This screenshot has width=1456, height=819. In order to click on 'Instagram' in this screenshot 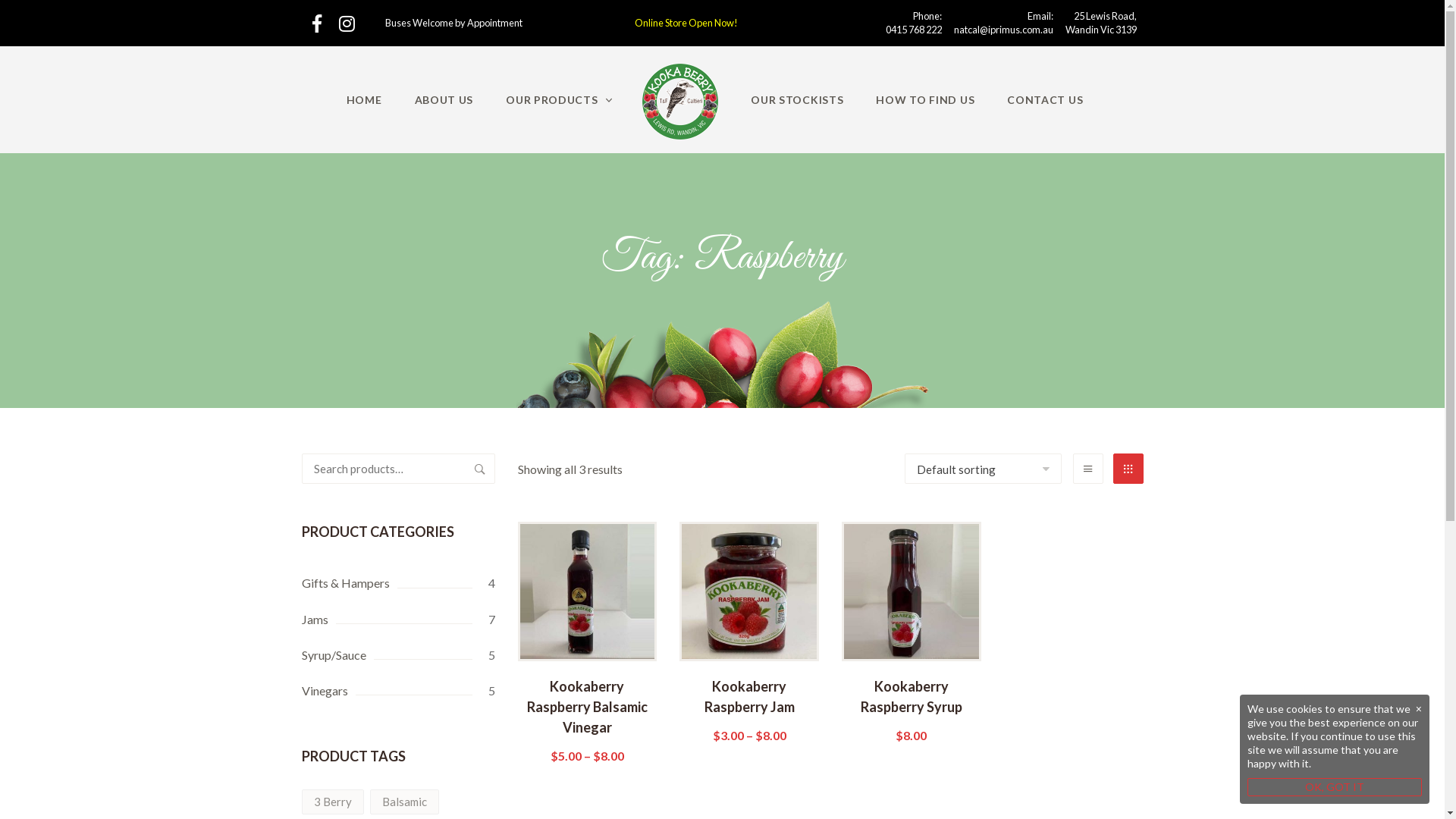, I will do `click(346, 23)`.